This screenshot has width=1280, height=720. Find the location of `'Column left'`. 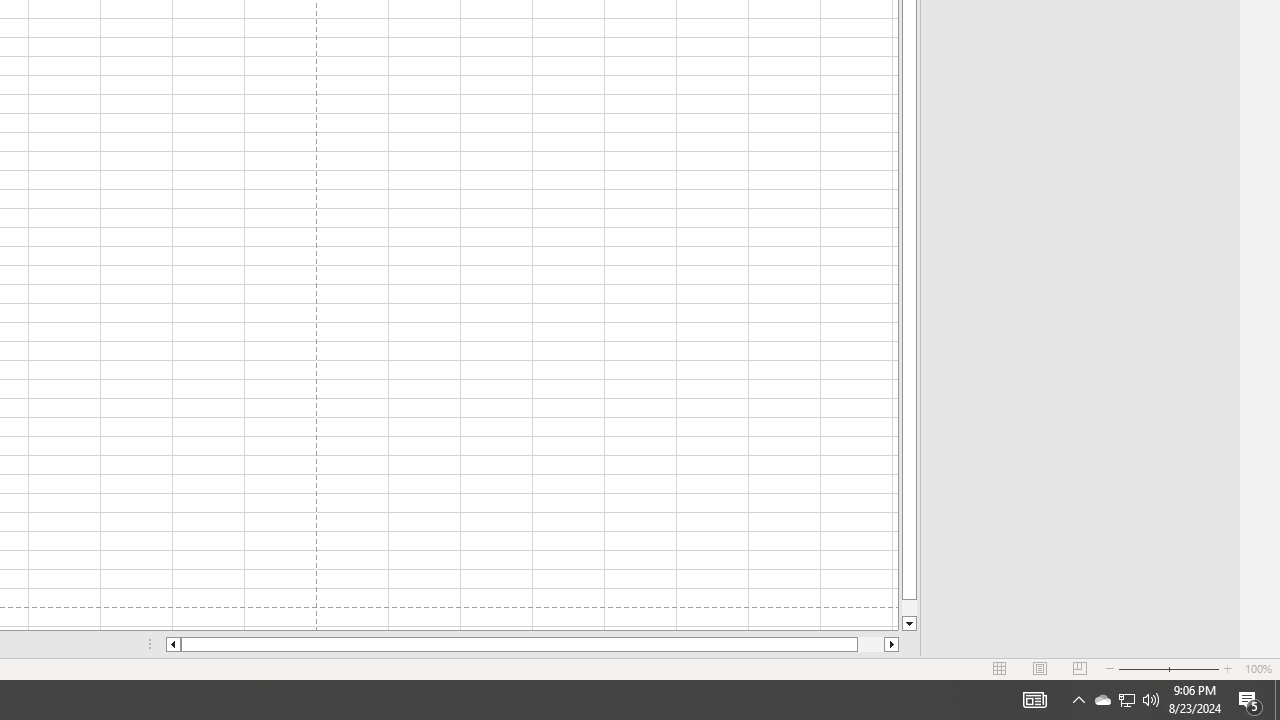

'Column left' is located at coordinates (172, 644).